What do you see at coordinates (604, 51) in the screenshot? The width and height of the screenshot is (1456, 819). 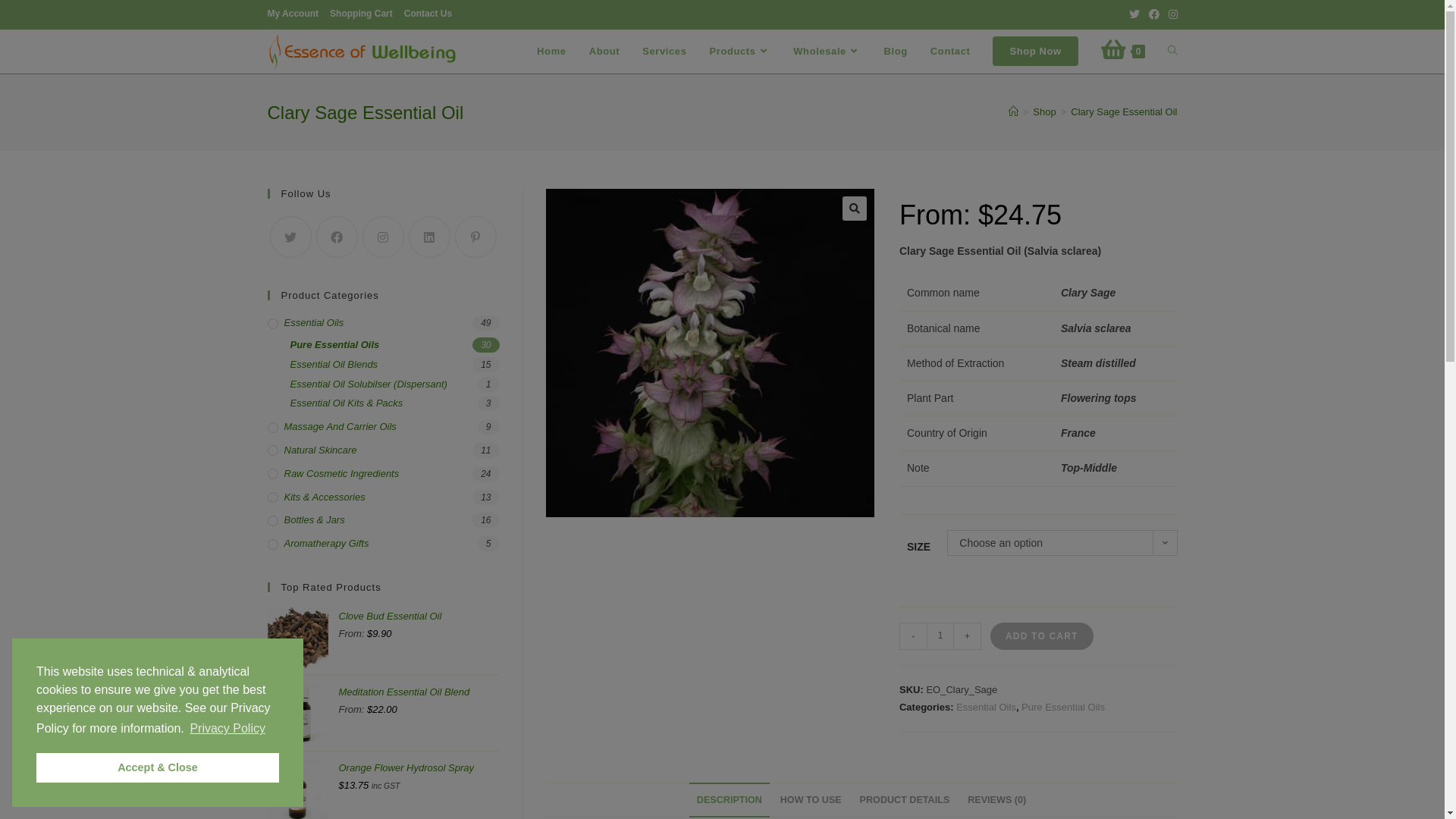 I see `'About'` at bounding box center [604, 51].